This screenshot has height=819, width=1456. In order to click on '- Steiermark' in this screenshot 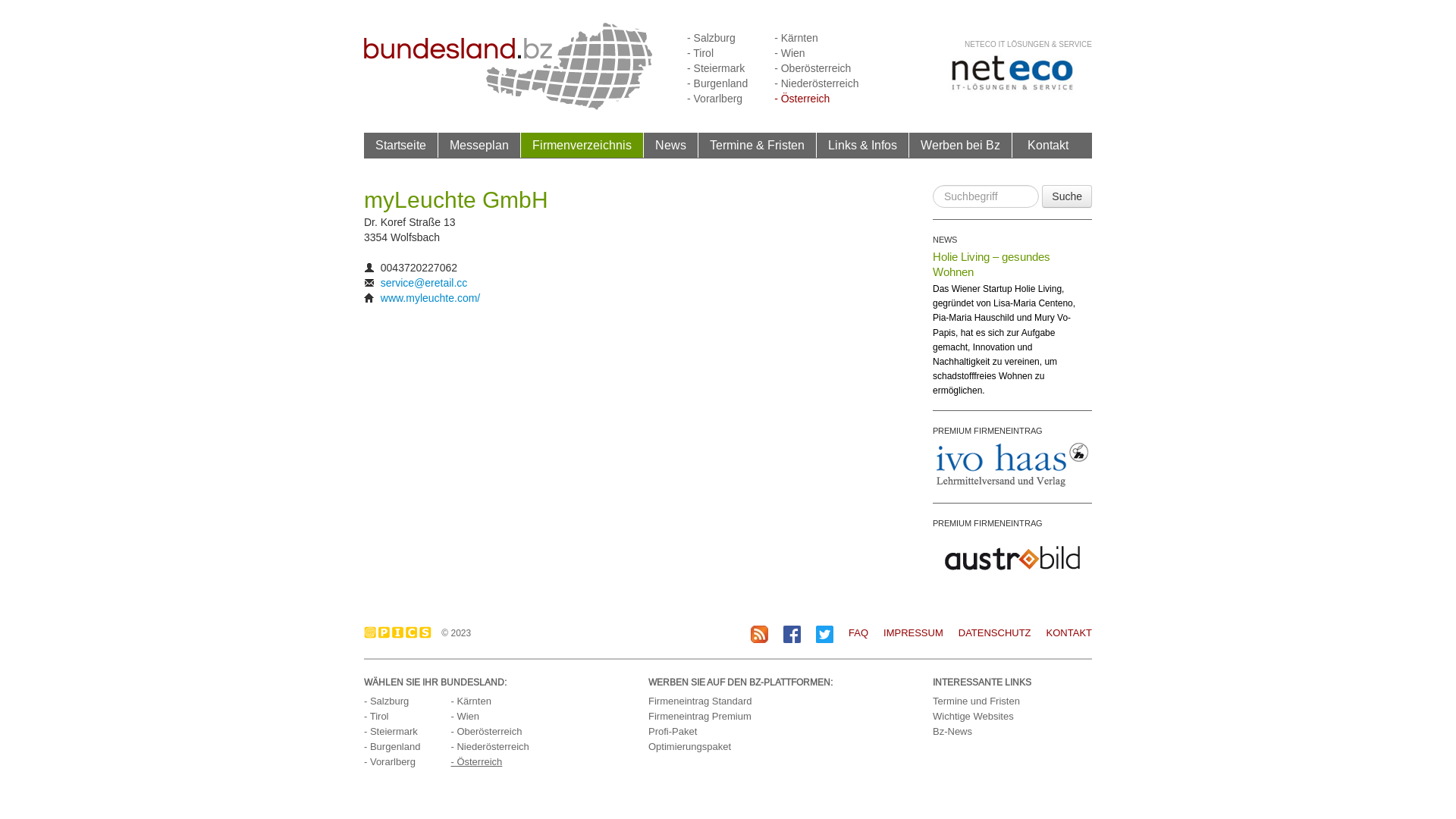, I will do `click(364, 730)`.